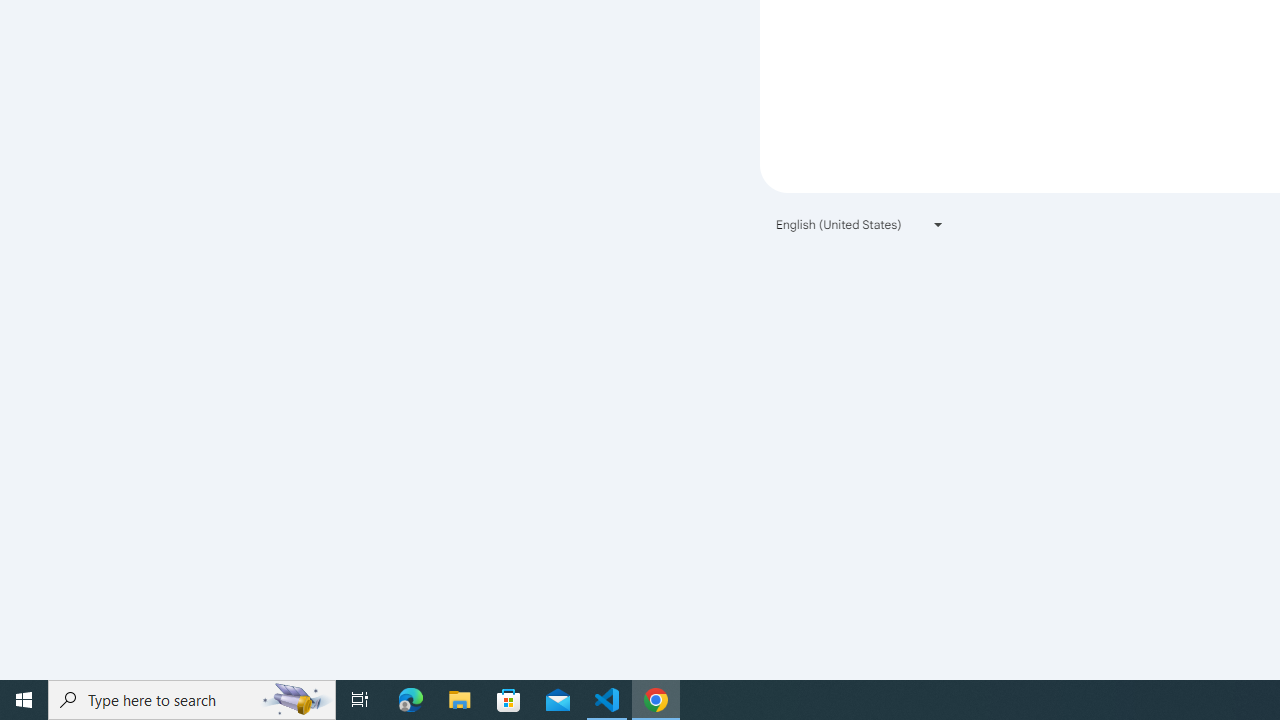 The image size is (1280, 720). I want to click on 'English (United States)', so click(860, 224).